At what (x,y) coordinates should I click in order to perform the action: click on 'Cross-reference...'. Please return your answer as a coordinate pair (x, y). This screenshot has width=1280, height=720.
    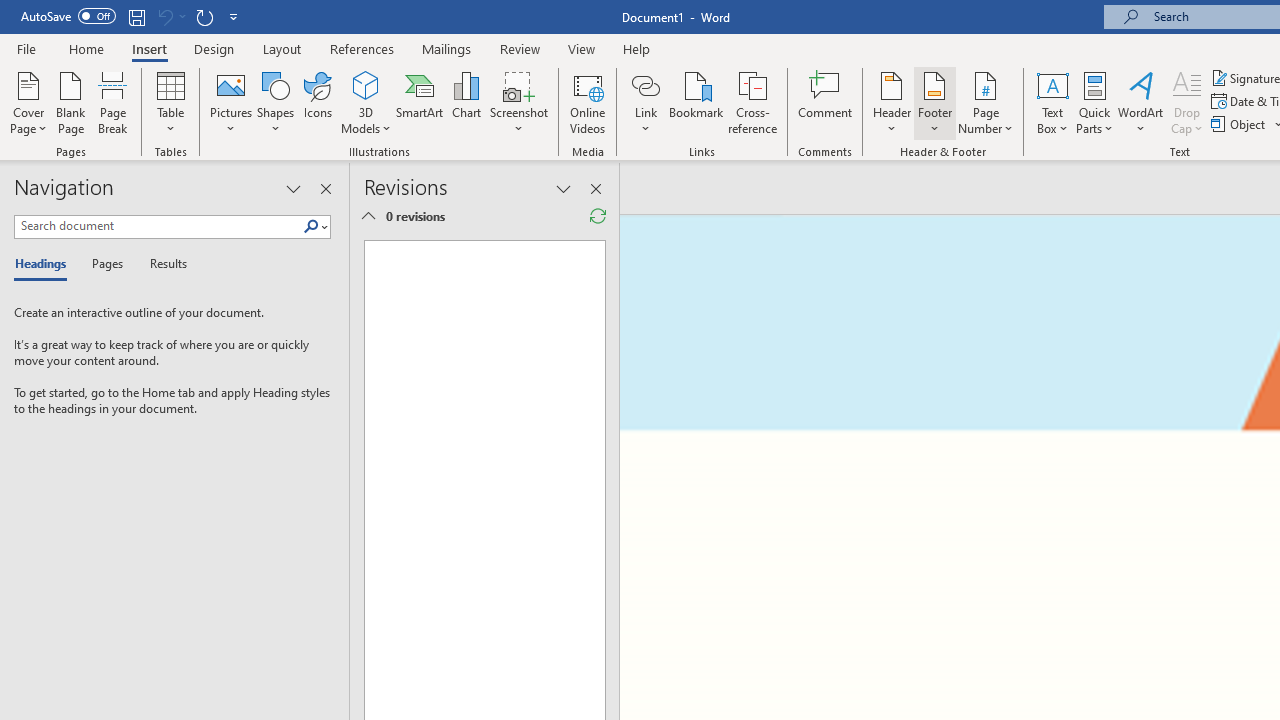
    Looking at the image, I should click on (751, 103).